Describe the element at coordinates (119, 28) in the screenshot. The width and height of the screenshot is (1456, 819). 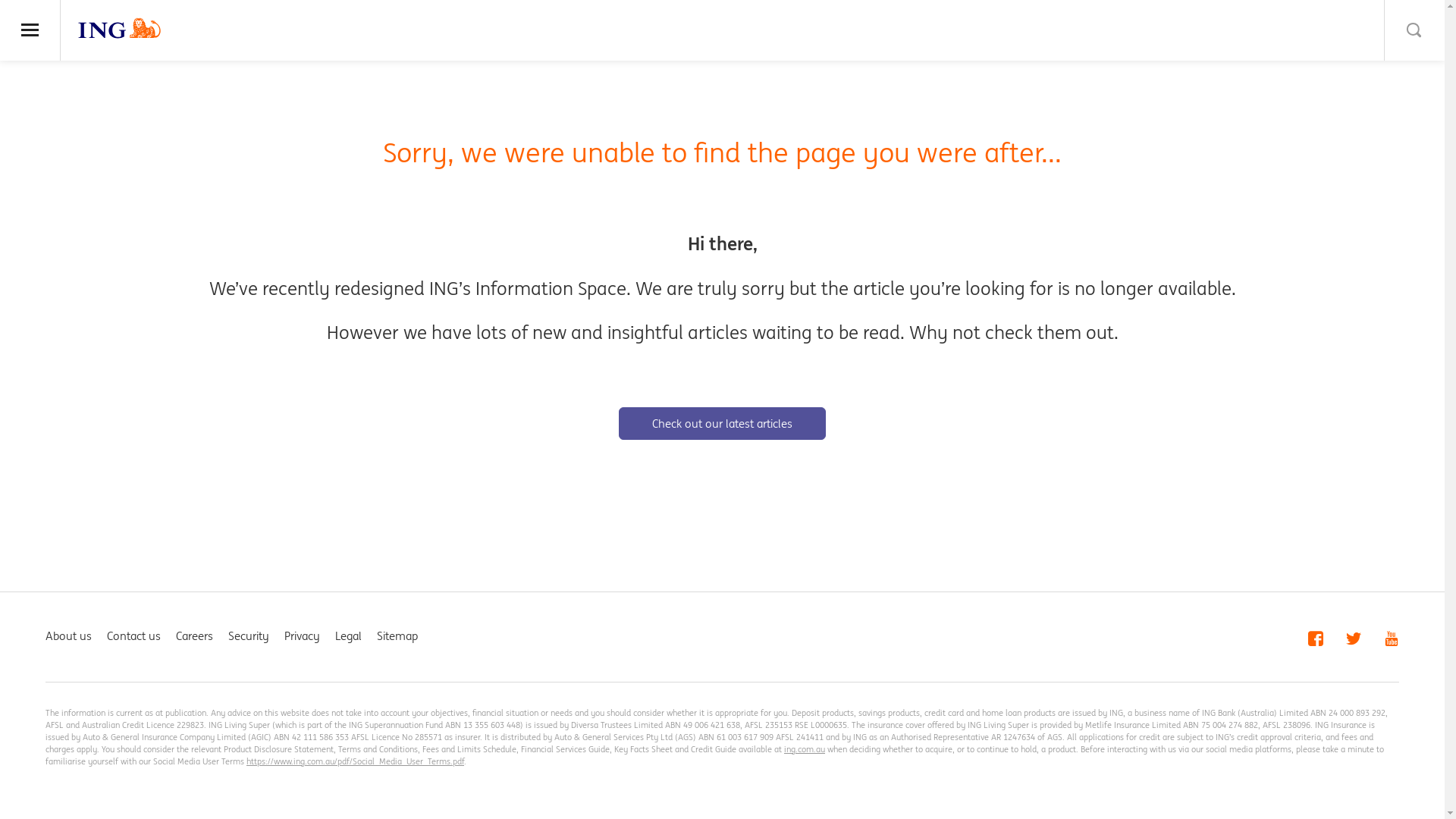
I see `'ING Blog'` at that location.